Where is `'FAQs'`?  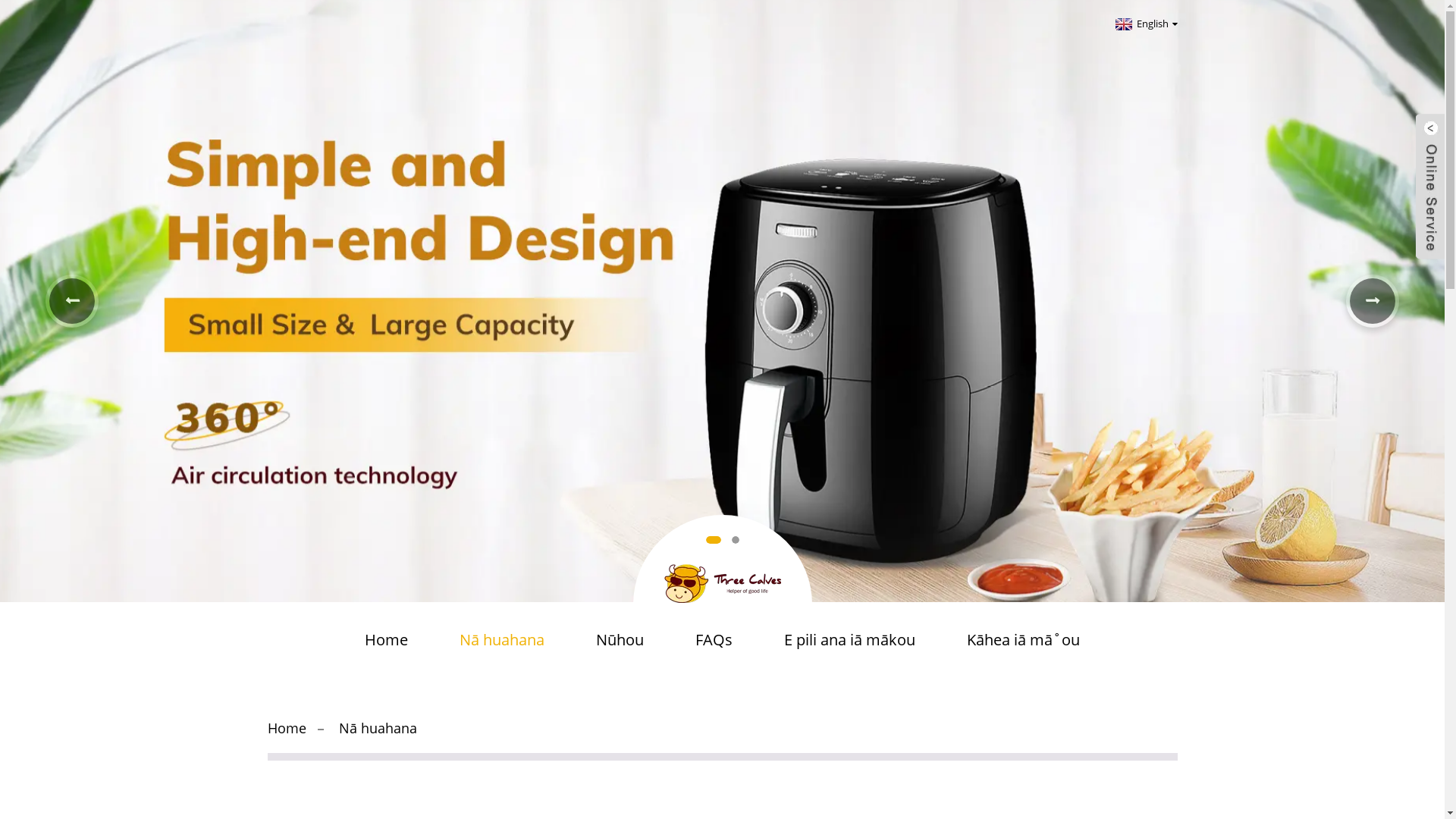
'FAQs' is located at coordinates (713, 640).